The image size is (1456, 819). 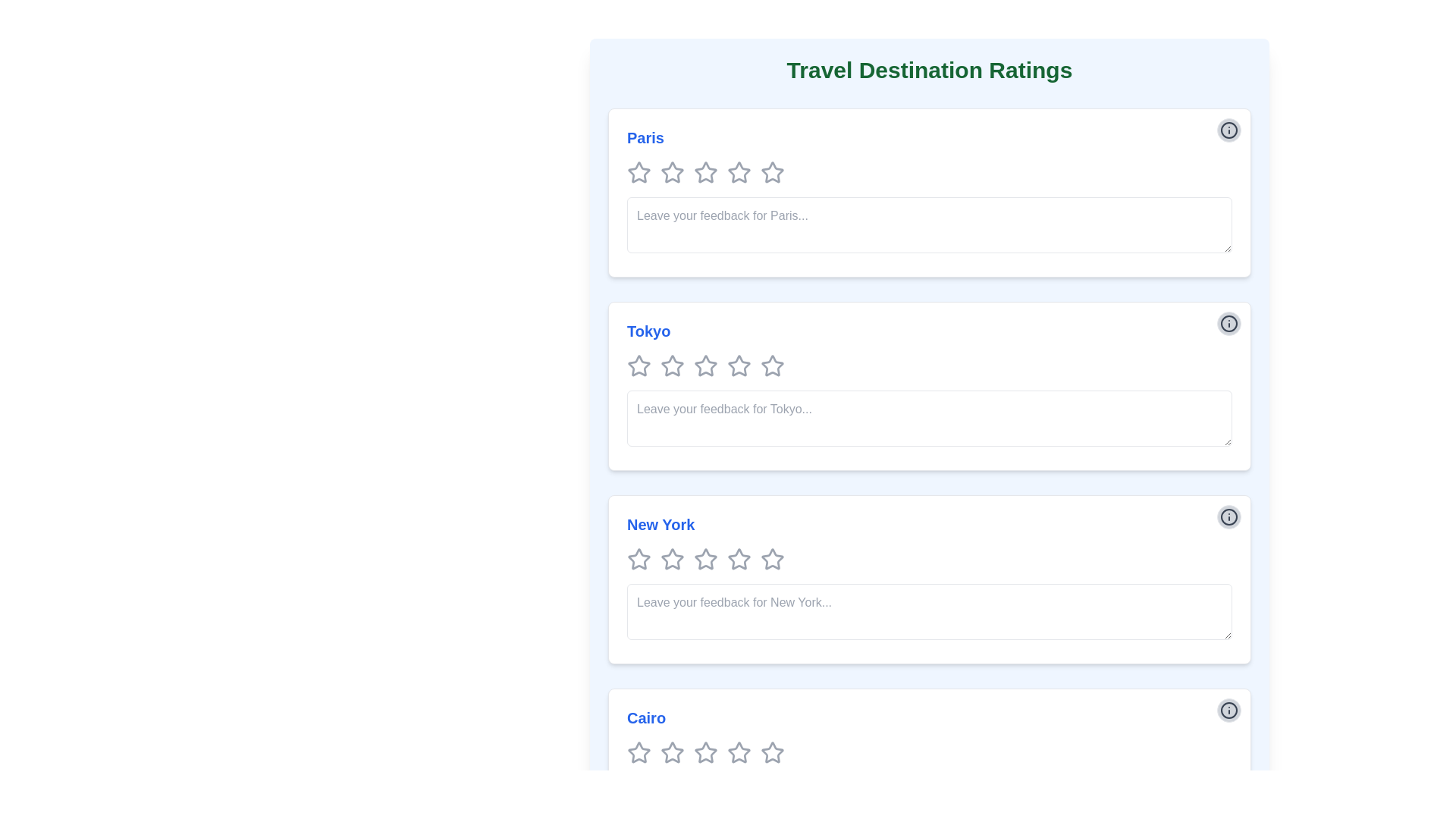 I want to click on the second star in the row of five stars for the 'Tokyo' rating section, so click(x=672, y=366).